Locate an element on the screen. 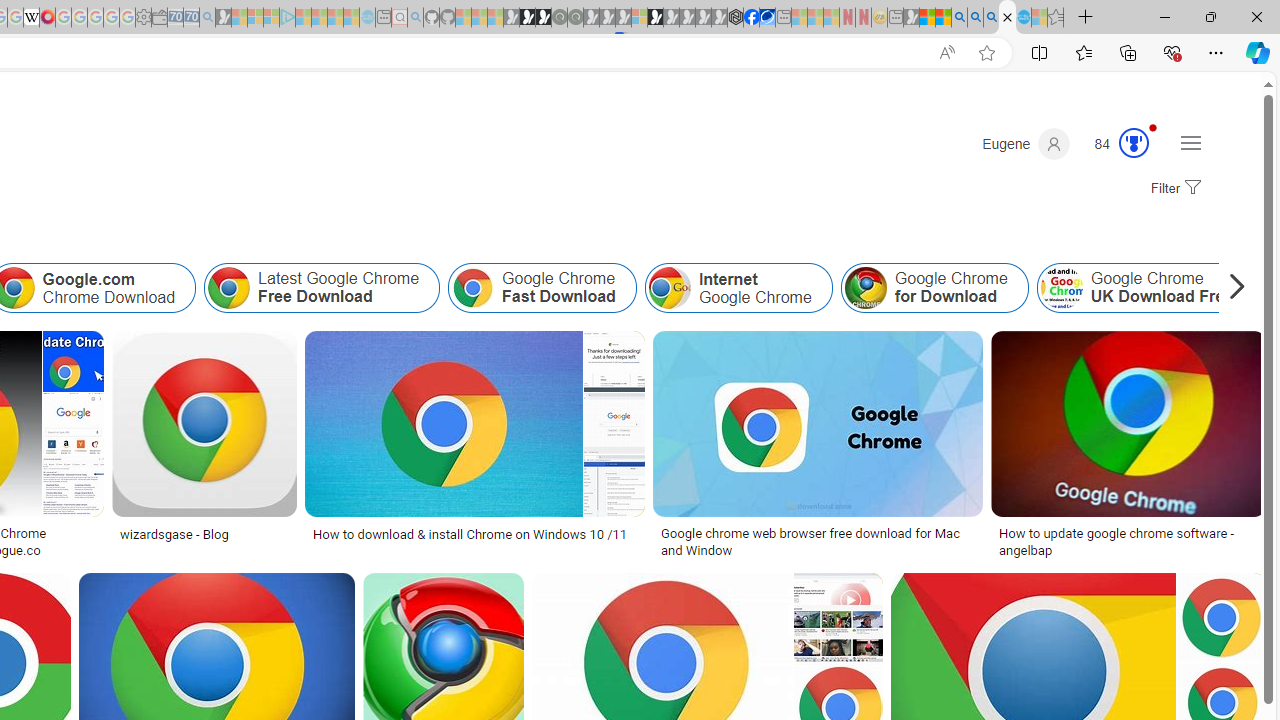 Image resolution: width=1280 pixels, height=720 pixels. 'Google Chrome for Download' is located at coordinates (933, 288).